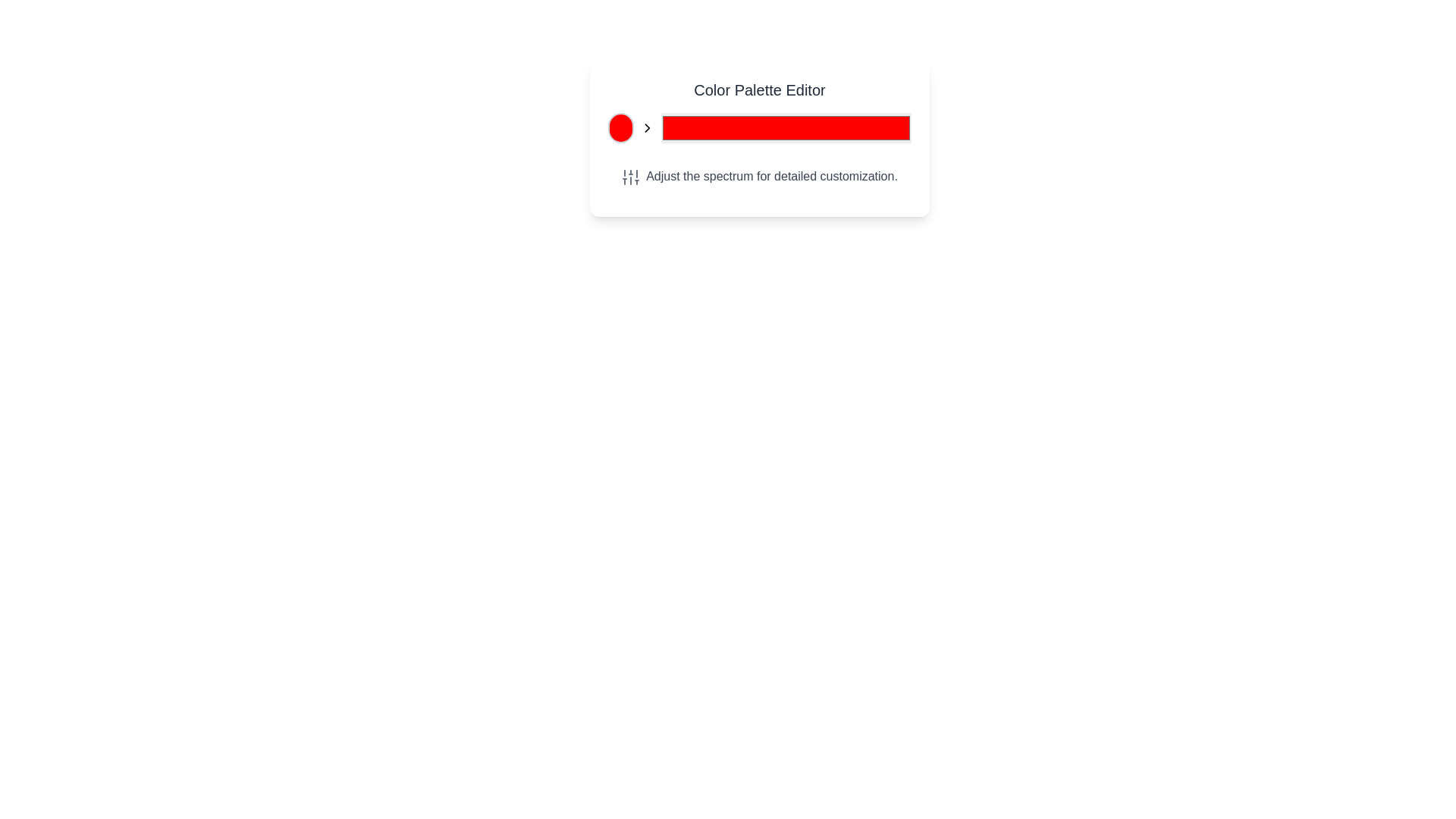  Describe the element at coordinates (647, 127) in the screenshot. I see `the chevron arrow icon pointing to the right, which is a minimalist design located between a red circular element and a red rectangular input field` at that location.